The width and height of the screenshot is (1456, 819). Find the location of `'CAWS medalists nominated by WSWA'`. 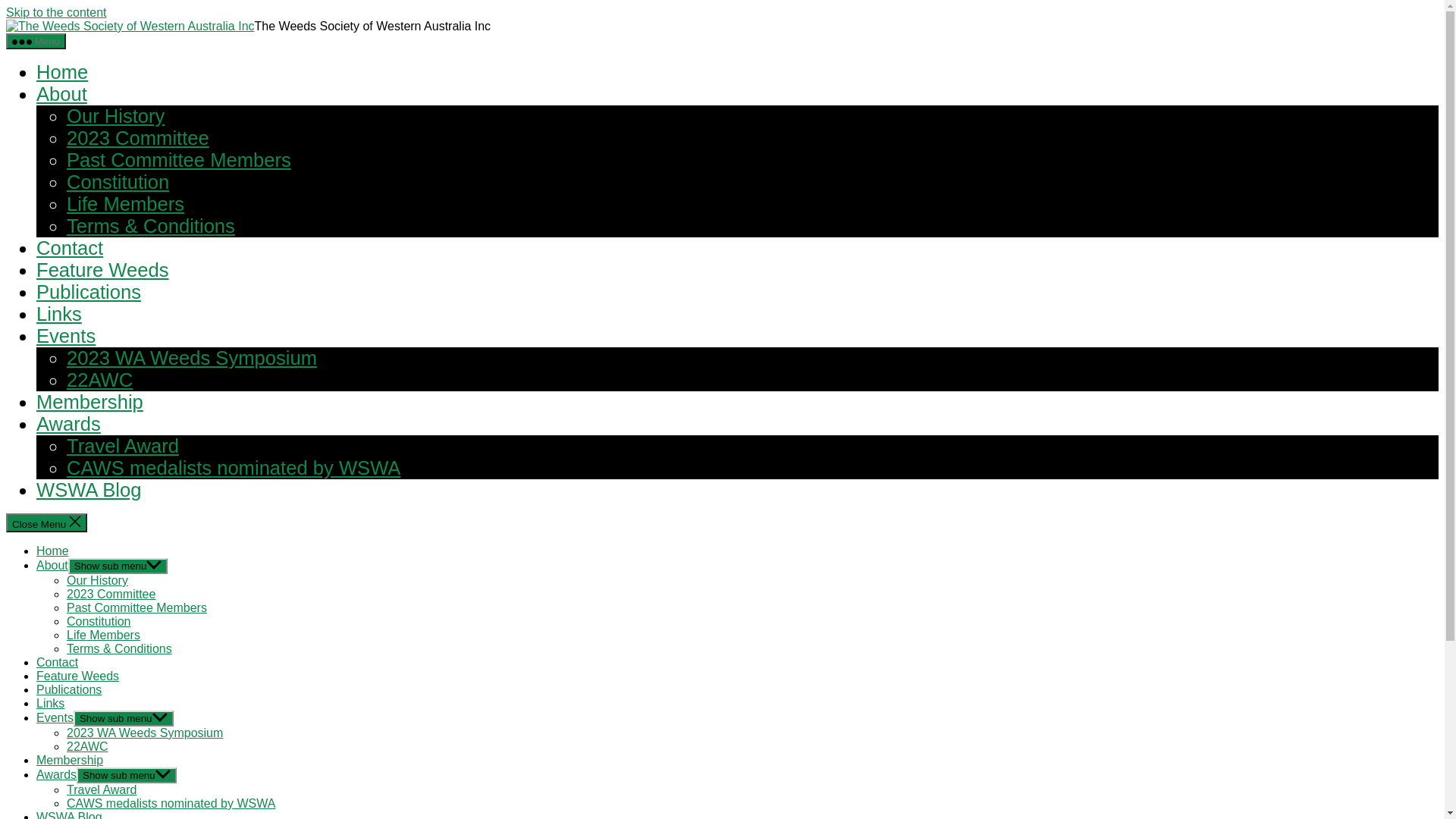

'CAWS medalists nominated by WSWA' is located at coordinates (171, 802).